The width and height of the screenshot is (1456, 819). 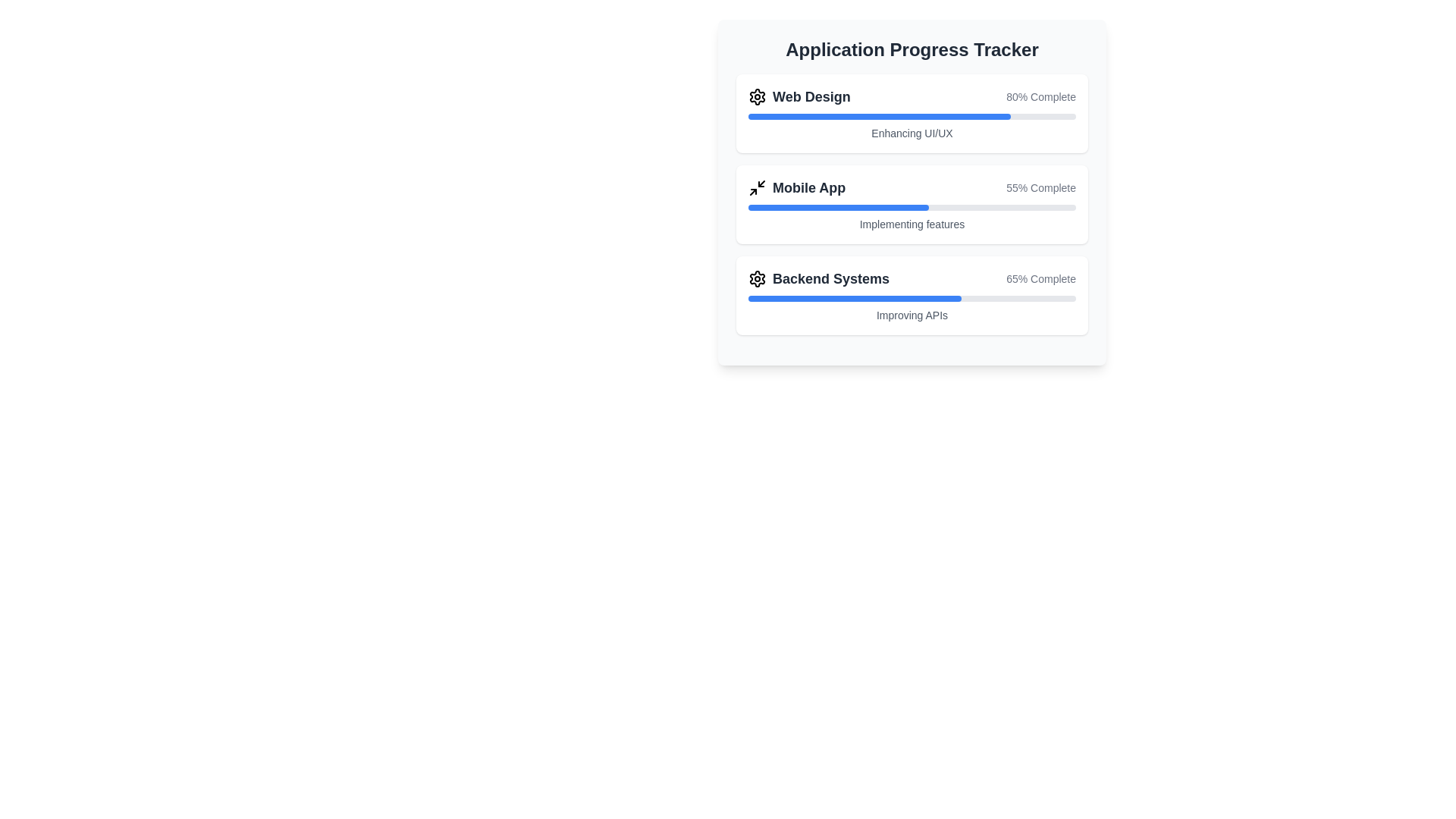 What do you see at coordinates (912, 116) in the screenshot?
I see `the horizontal progress bar element located beneath the 'Web Design' header, which indicates '80% Complete' and above the 'Enhancing UI/UX' label` at bounding box center [912, 116].